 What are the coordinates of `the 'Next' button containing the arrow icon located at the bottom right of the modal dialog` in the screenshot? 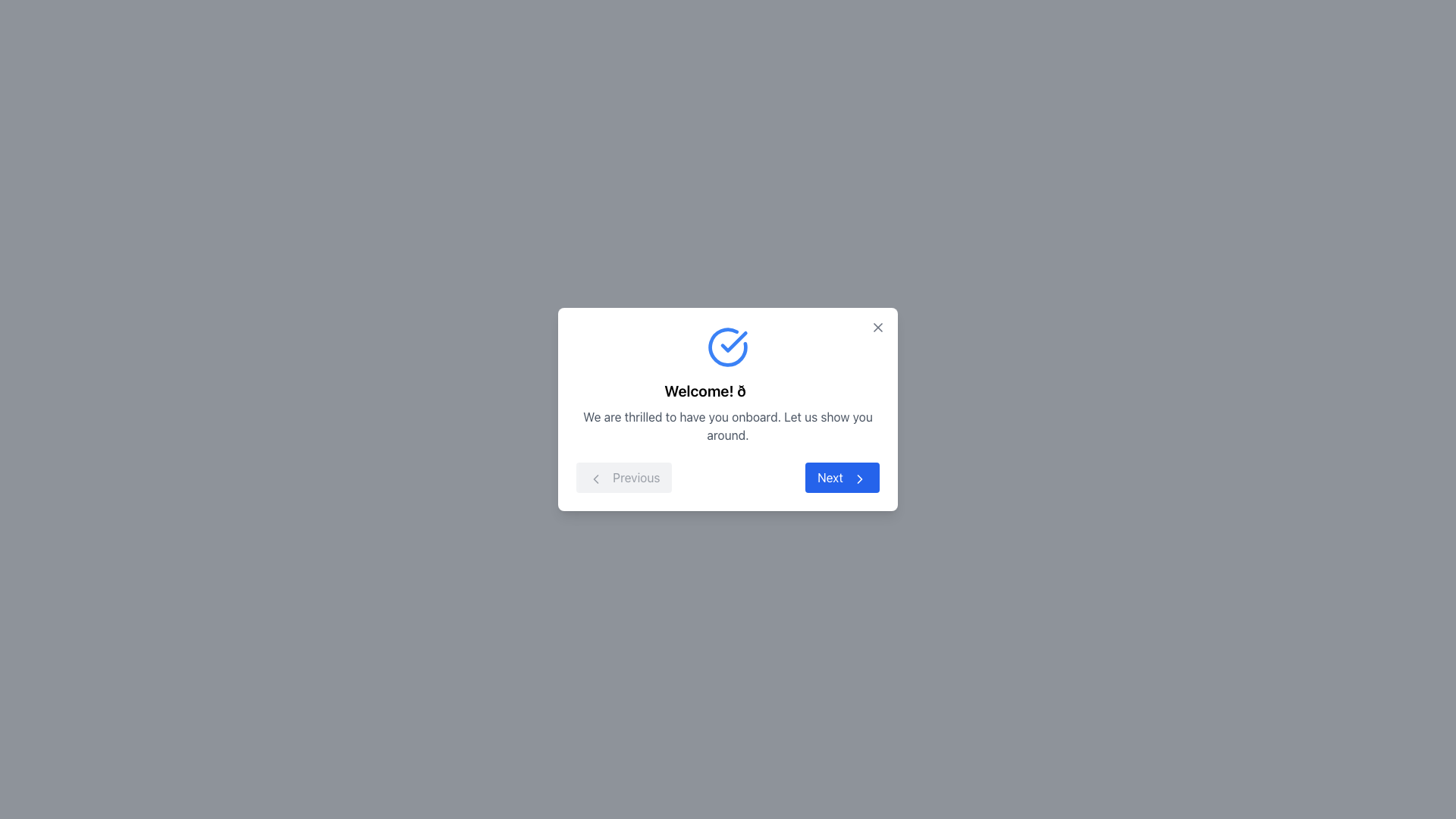 It's located at (859, 479).